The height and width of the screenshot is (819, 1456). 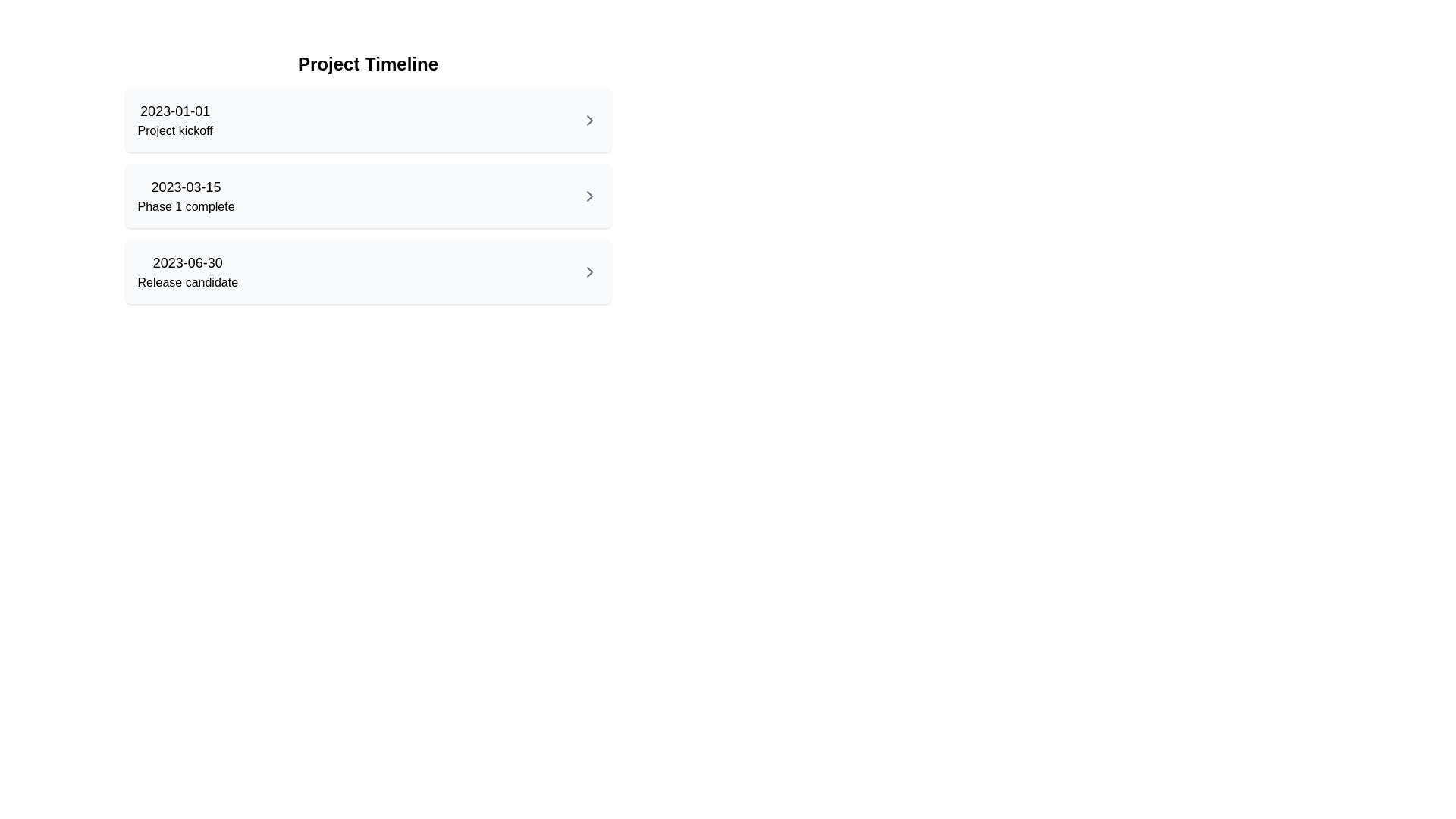 I want to click on the second entry in the project timeline, which displays a date and its associated milestone, located between '2023-01-01 Project kickoff' and '2023-06-30 Release candidate', so click(x=185, y=195).